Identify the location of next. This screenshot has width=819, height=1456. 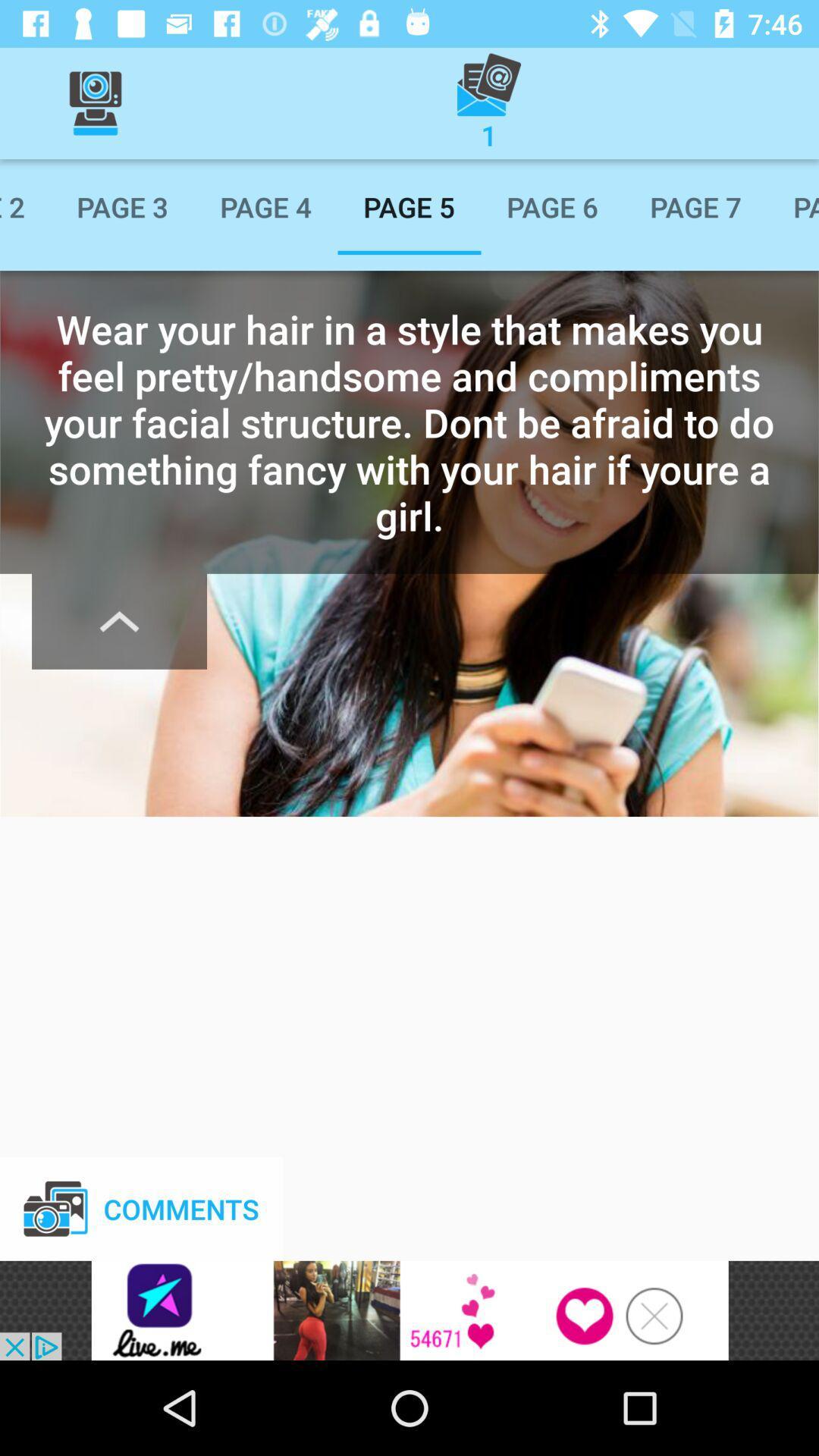
(118, 621).